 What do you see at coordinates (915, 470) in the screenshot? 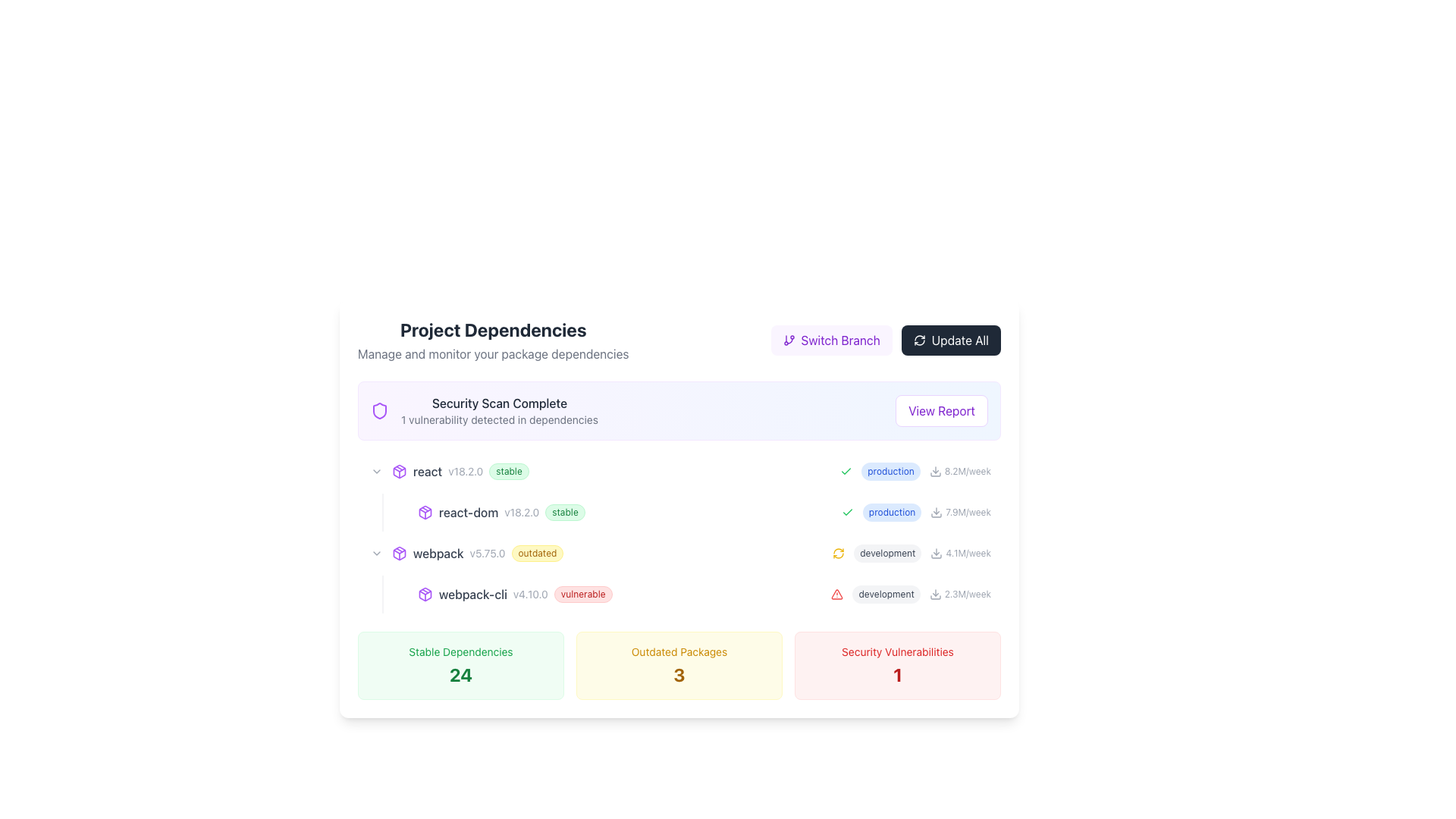
I see `the data values displayed in the 'production' label with a download icon and the '8.2M/week' text, which is part of the dependency details in the 'react' row` at bounding box center [915, 470].